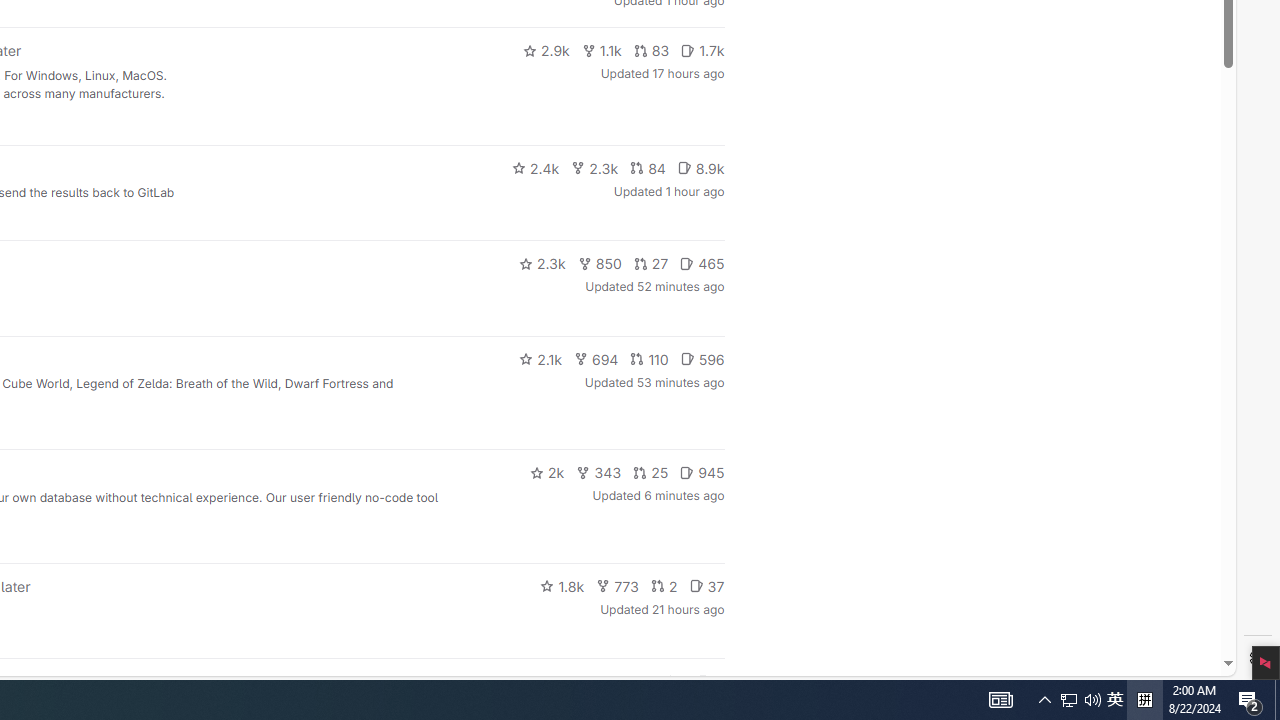 This screenshot has width=1280, height=720. What do you see at coordinates (600, 50) in the screenshot?
I see `'1.1k'` at bounding box center [600, 50].